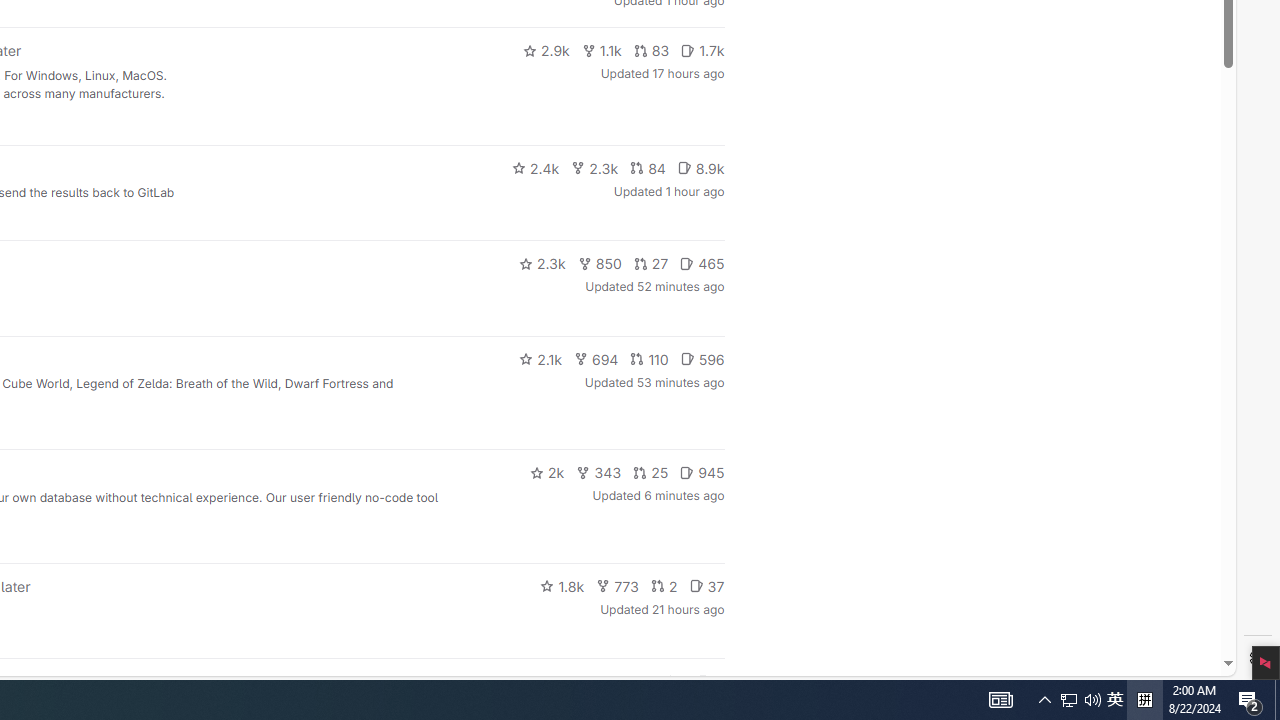 This screenshot has width=1280, height=720. What do you see at coordinates (600, 50) in the screenshot?
I see `'1.1k'` at bounding box center [600, 50].